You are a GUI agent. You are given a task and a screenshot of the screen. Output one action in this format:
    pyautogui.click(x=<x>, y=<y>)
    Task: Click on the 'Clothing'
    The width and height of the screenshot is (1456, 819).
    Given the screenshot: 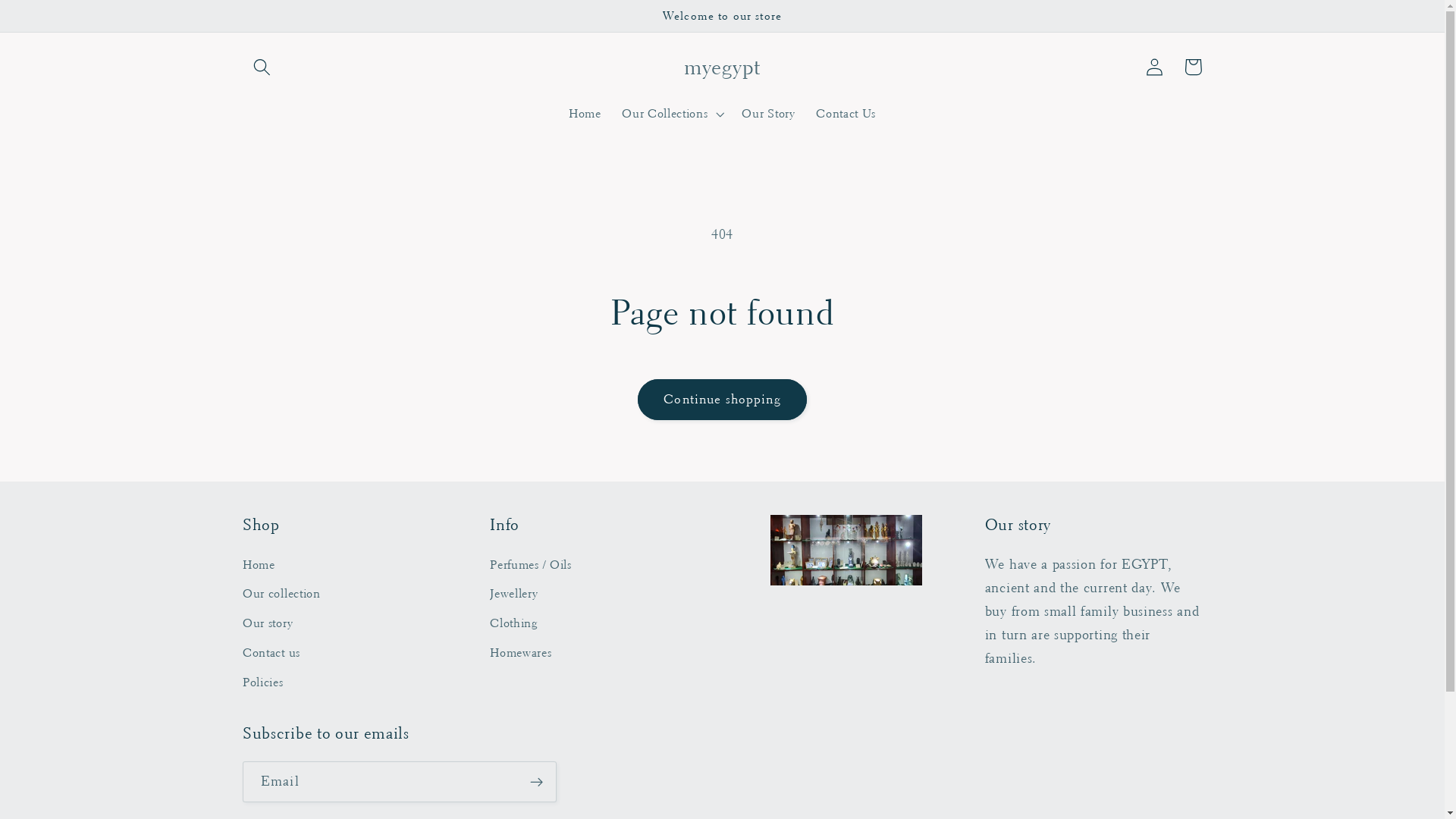 What is the action you would take?
    pyautogui.click(x=513, y=623)
    